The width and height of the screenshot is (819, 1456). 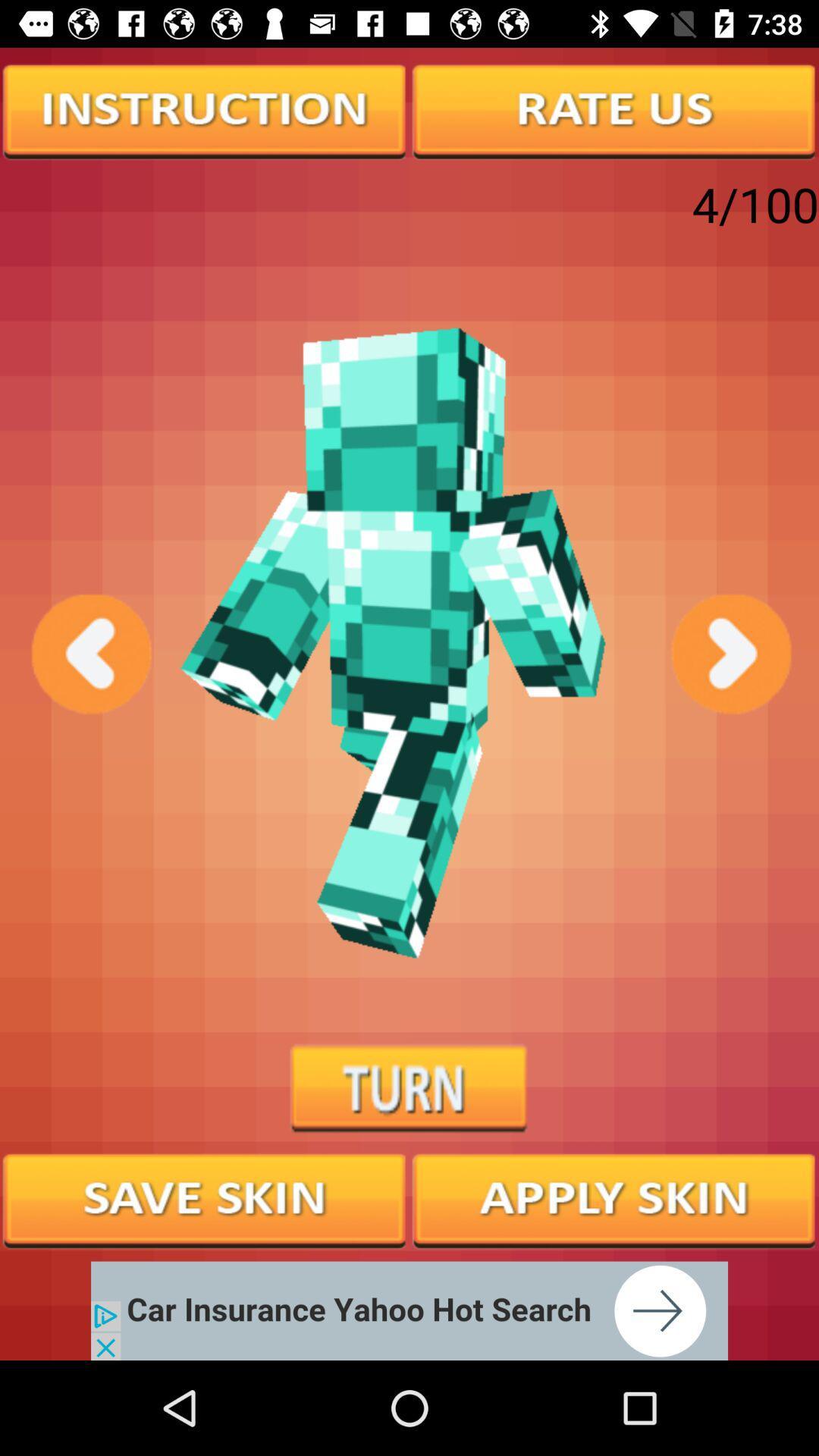 I want to click on next, so click(x=728, y=654).